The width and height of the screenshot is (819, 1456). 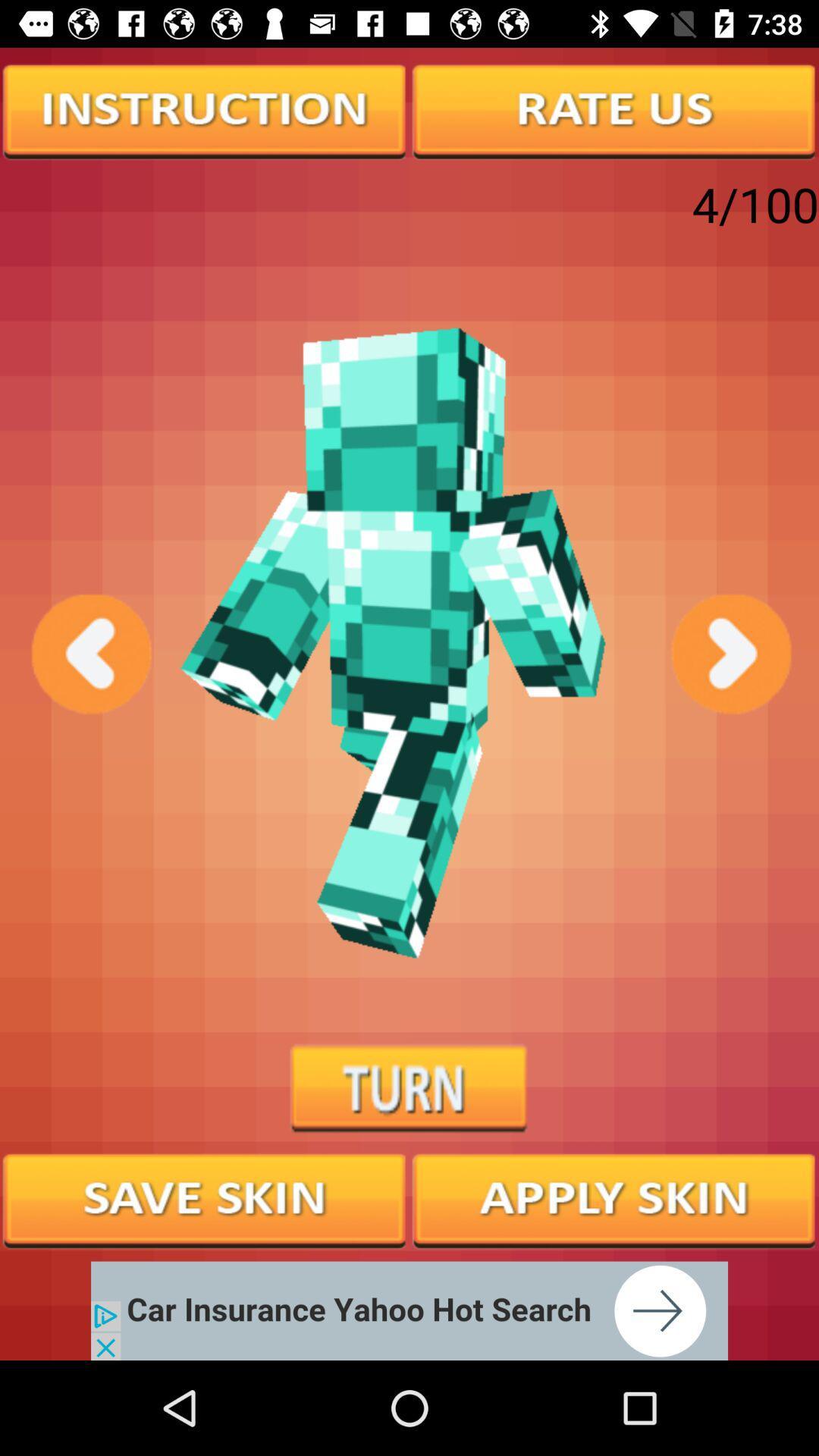 I want to click on next, so click(x=728, y=654).